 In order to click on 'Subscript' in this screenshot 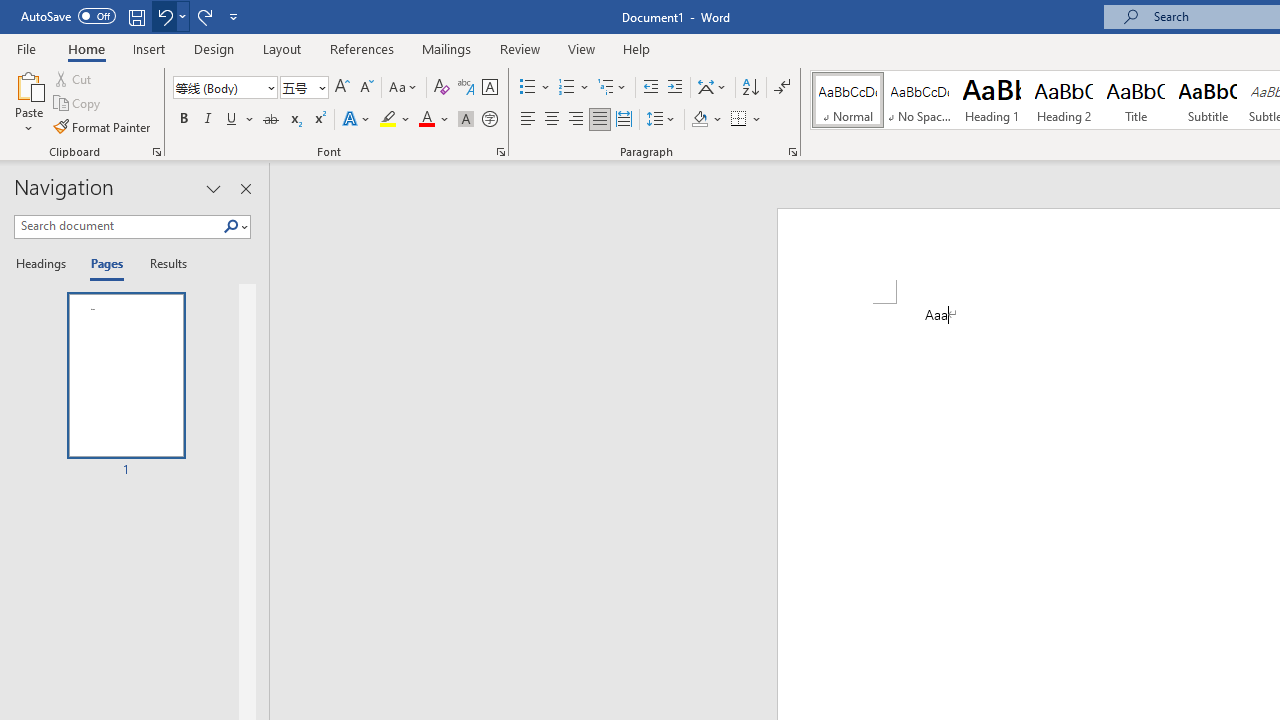, I will do `click(294, 119)`.